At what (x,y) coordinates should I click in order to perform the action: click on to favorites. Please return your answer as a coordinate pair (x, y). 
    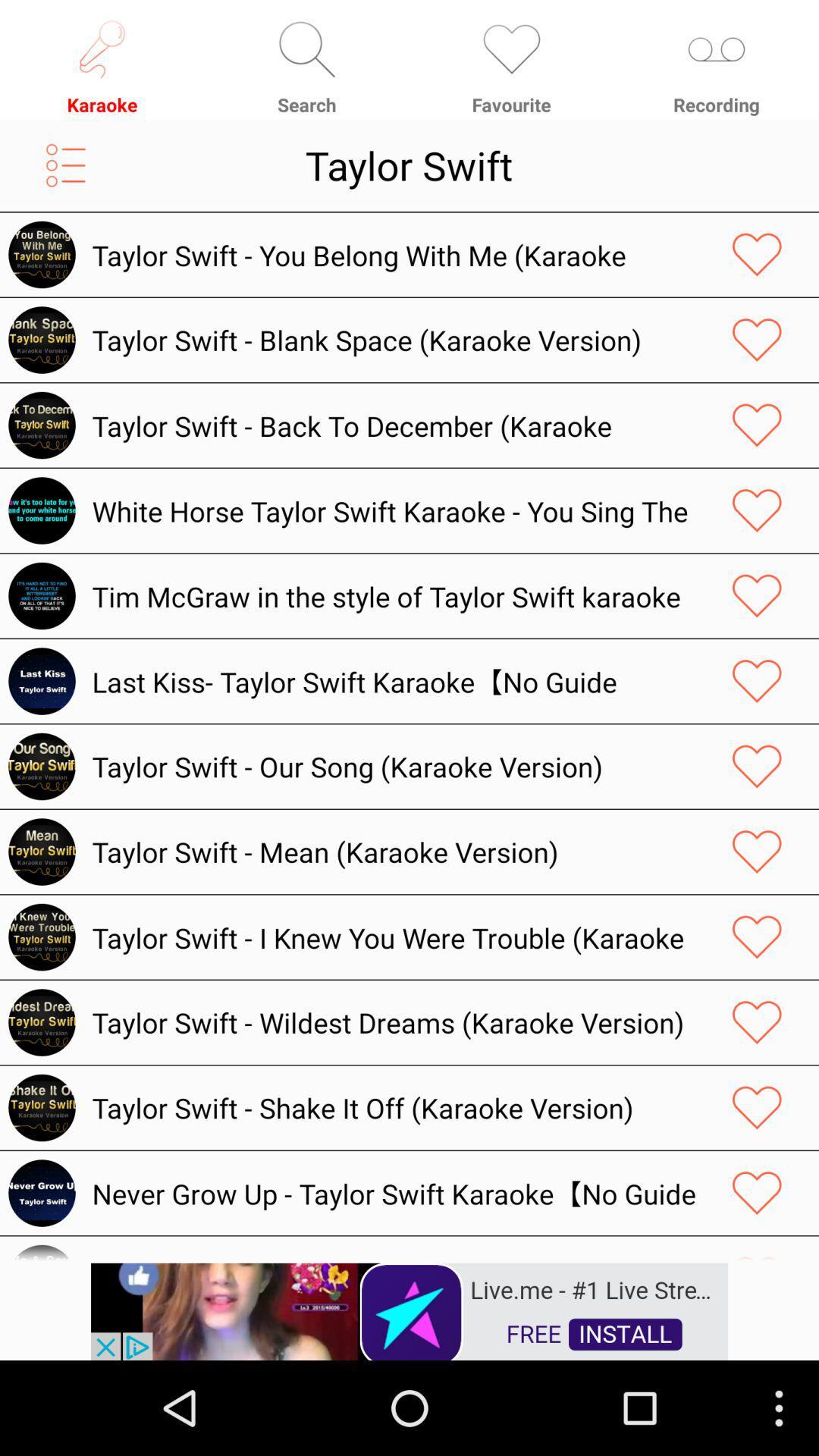
    Looking at the image, I should click on (757, 1192).